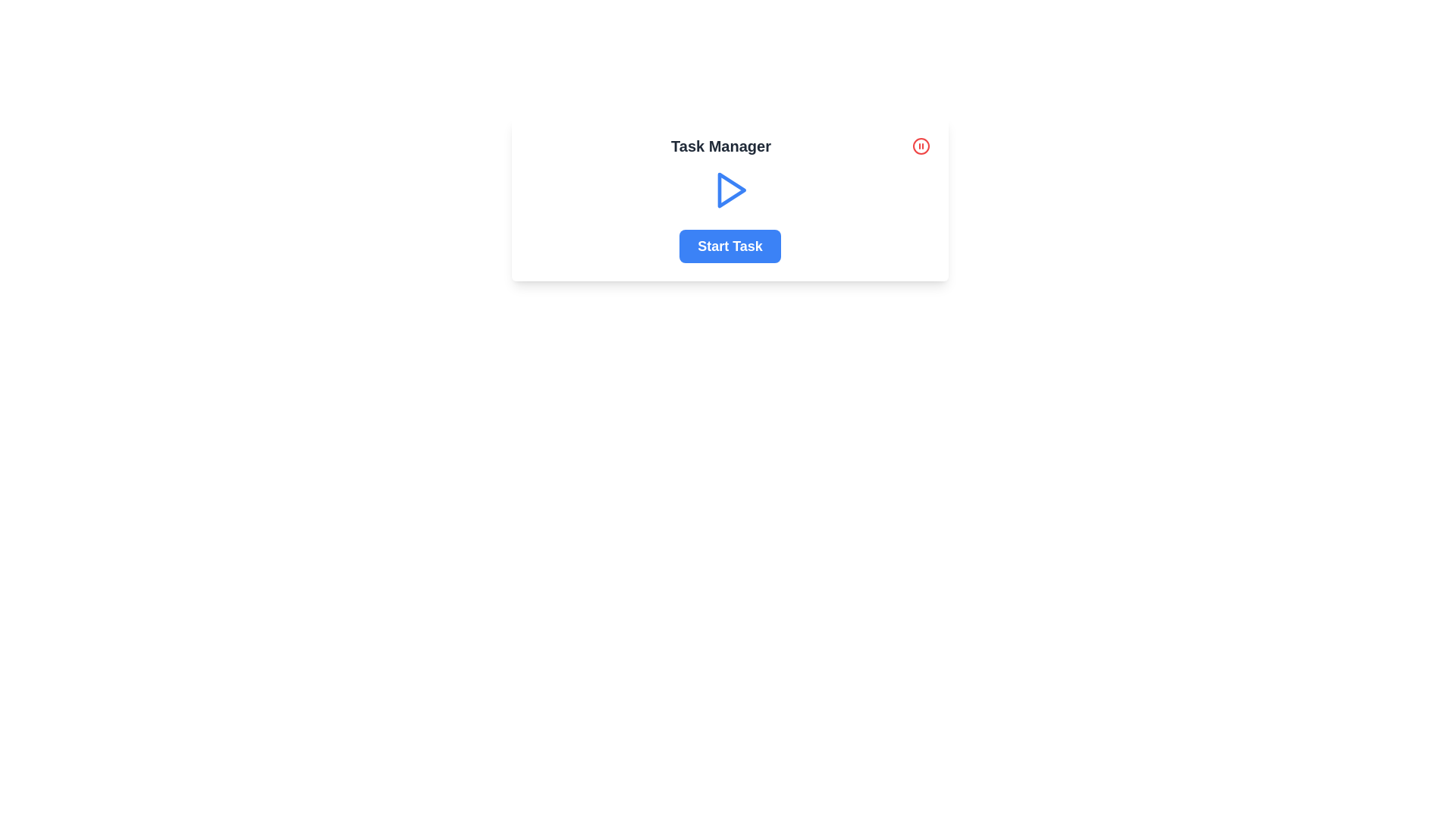 The image size is (1456, 819). I want to click on the triangular play icon outlined in blue with a white center, which is located centrally below the title 'Task Manager' and above the 'Start Task' button, so click(730, 189).